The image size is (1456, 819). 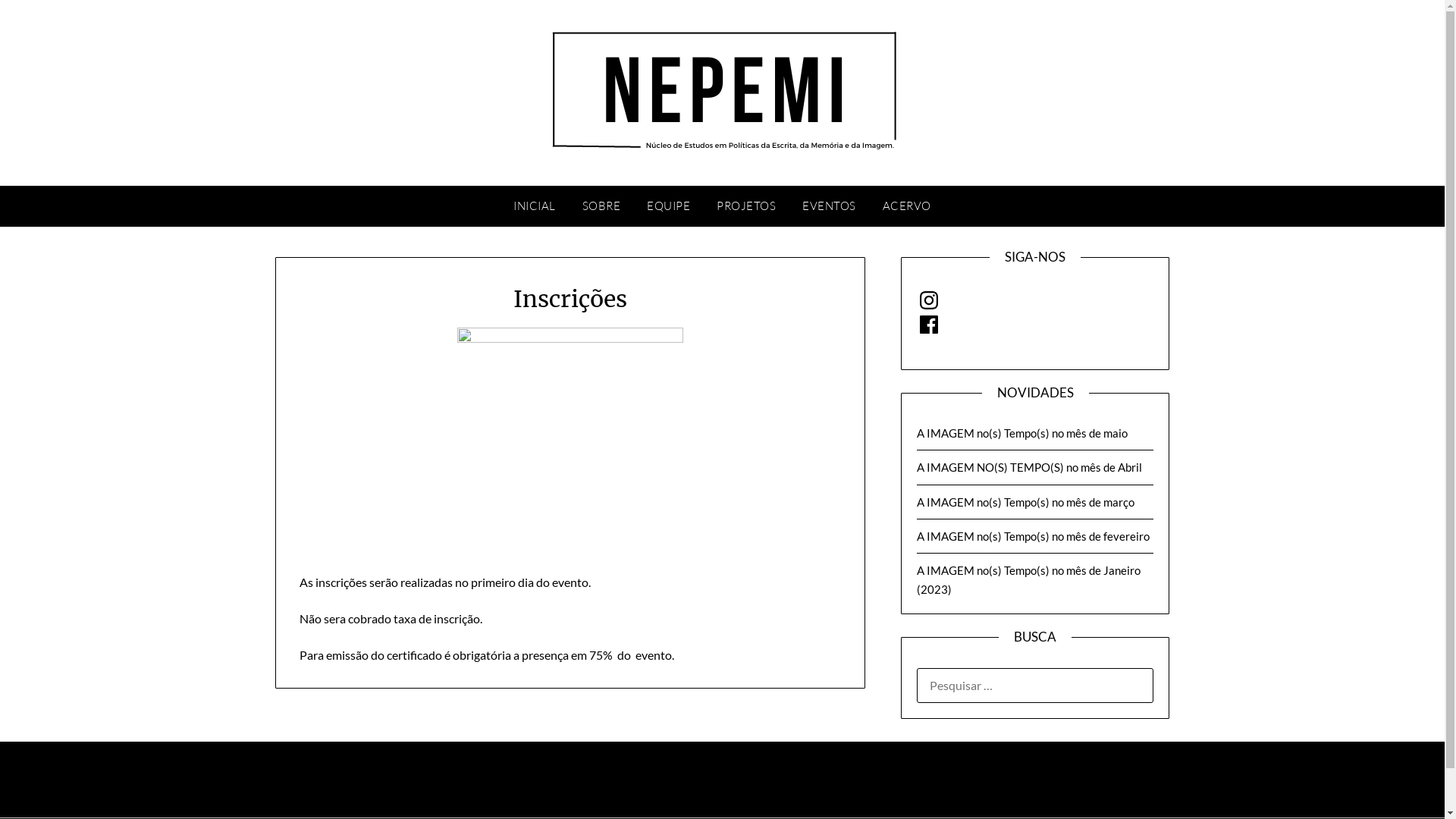 I want to click on 'Bailarinas', so click(x=570, y=441).